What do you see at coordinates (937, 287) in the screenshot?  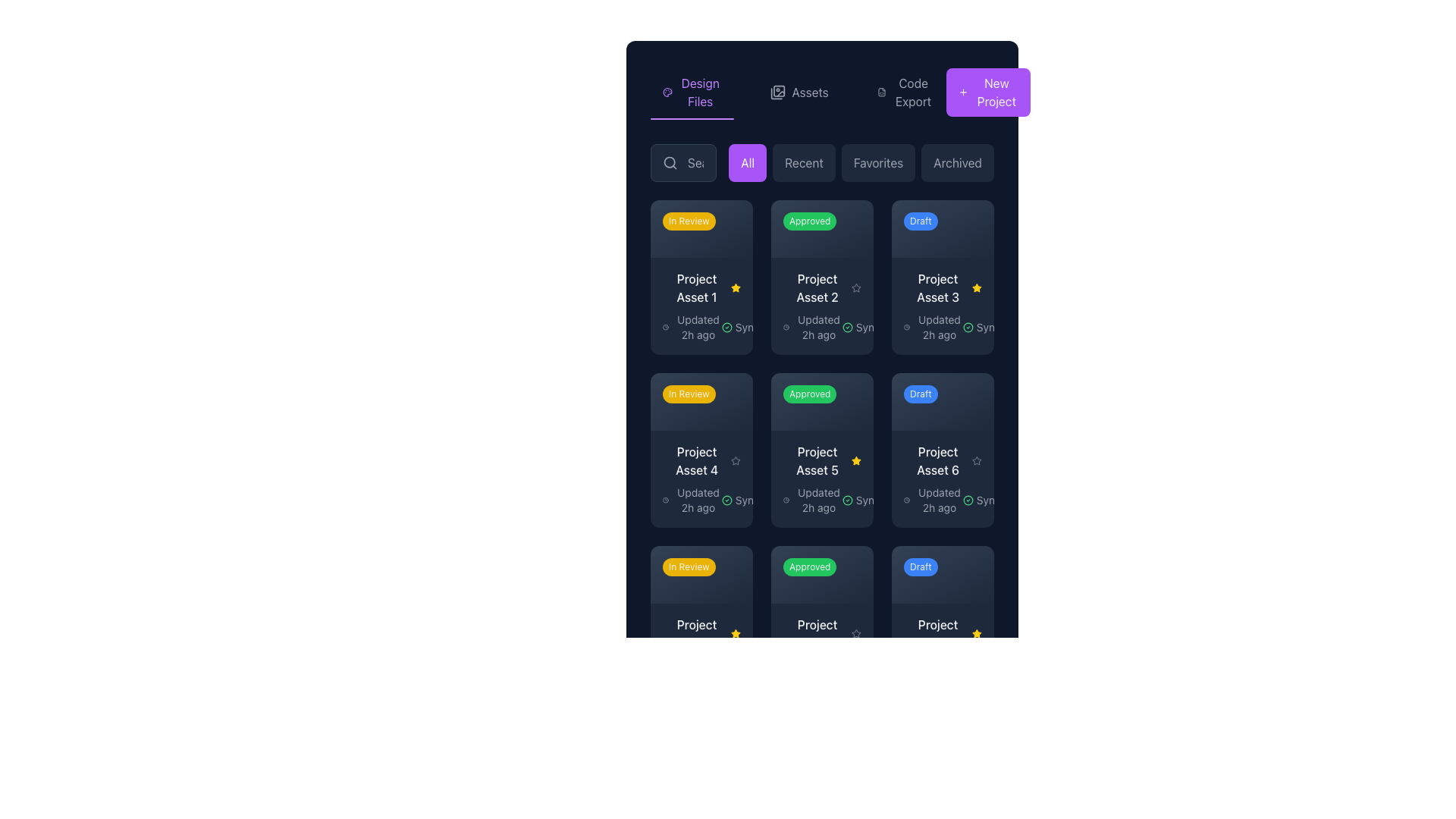 I see `on the text label displaying 'Project Asset 3' located inside the third card of the second row in the grid layout` at bounding box center [937, 287].